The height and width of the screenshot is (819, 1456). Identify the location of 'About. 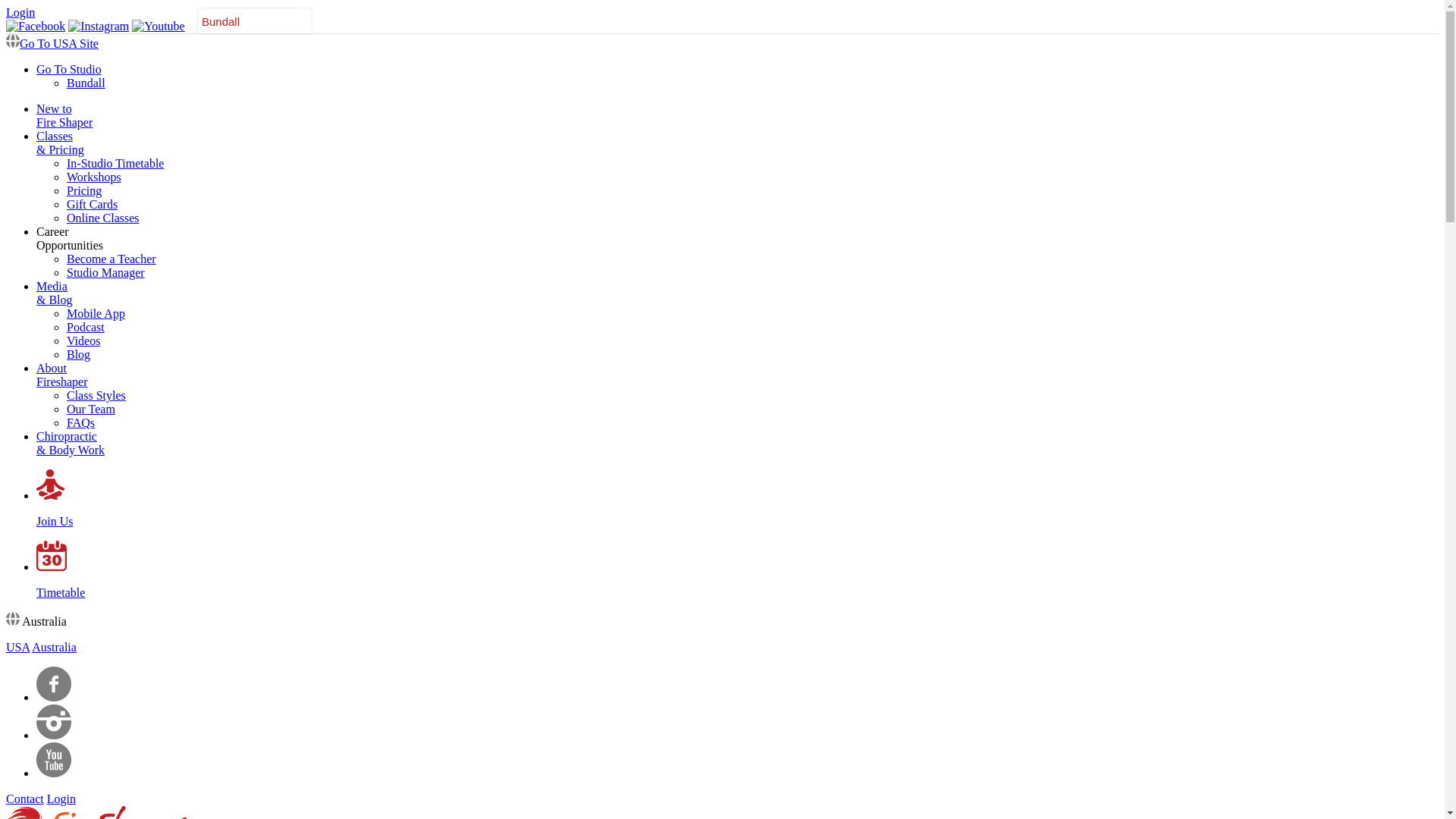
(61, 375).